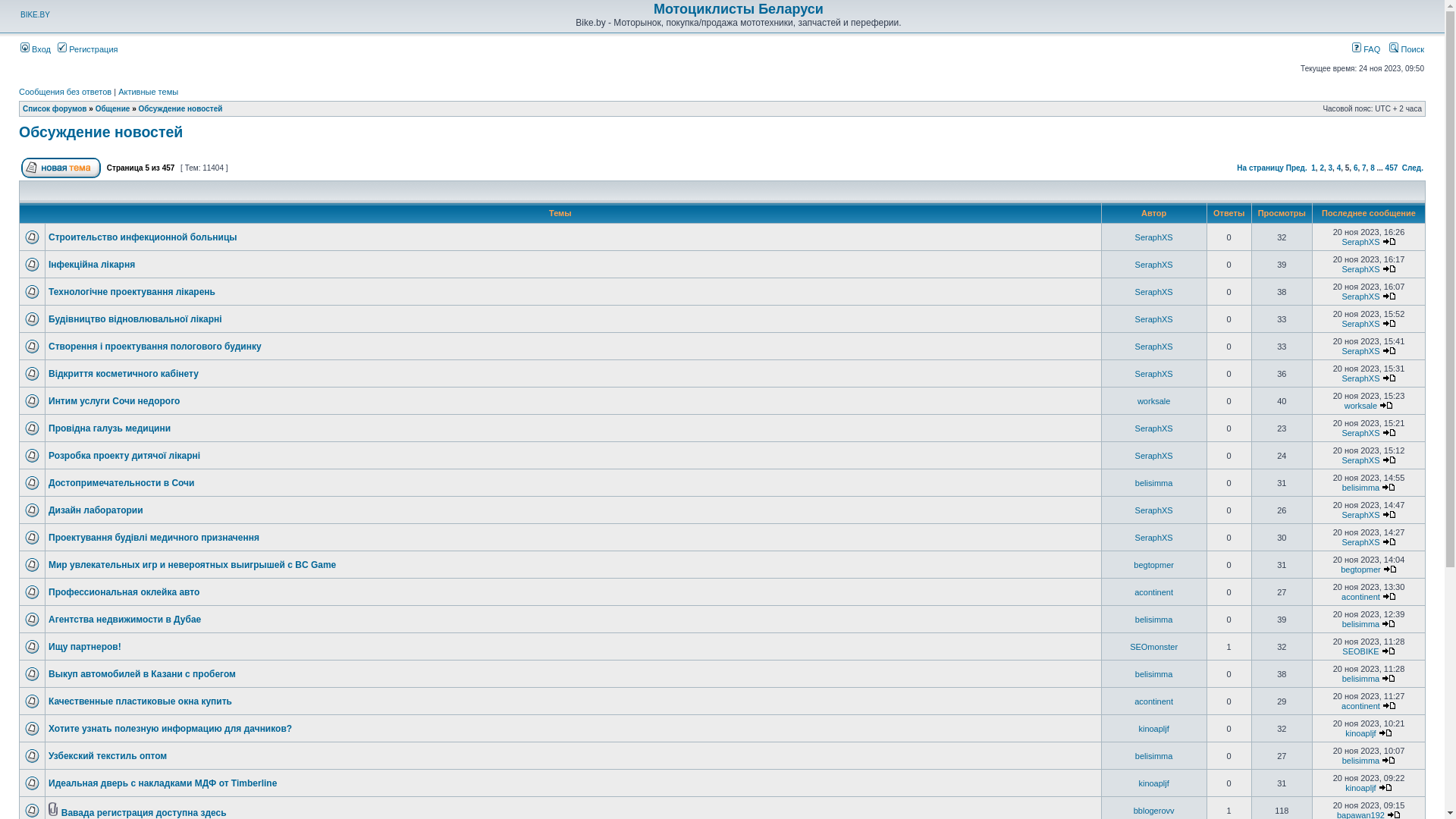 This screenshot has width=1456, height=819. I want to click on 'kinoapljf', so click(1153, 783).